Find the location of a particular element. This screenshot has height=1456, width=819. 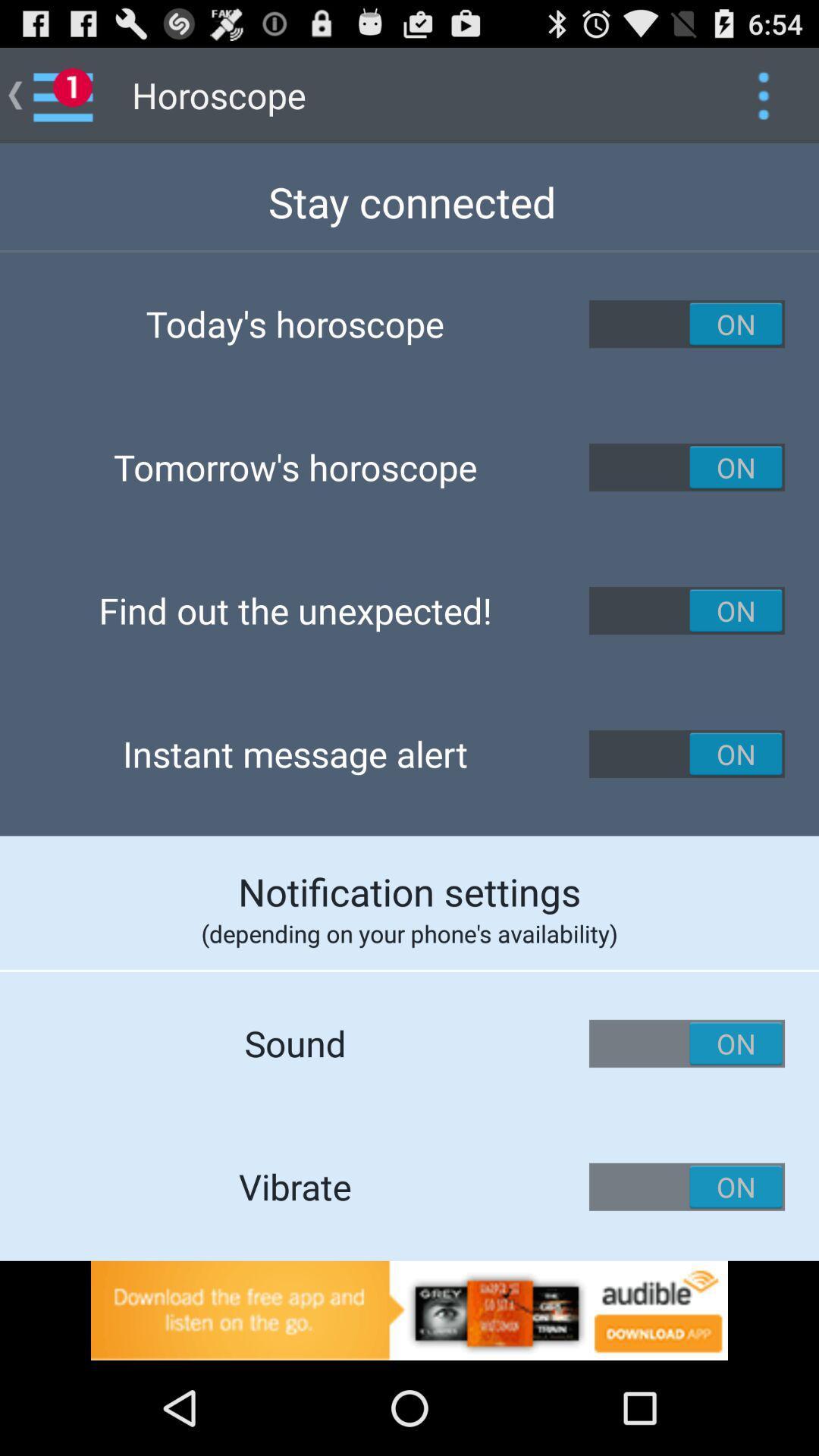

instant message alert is located at coordinates (687, 754).